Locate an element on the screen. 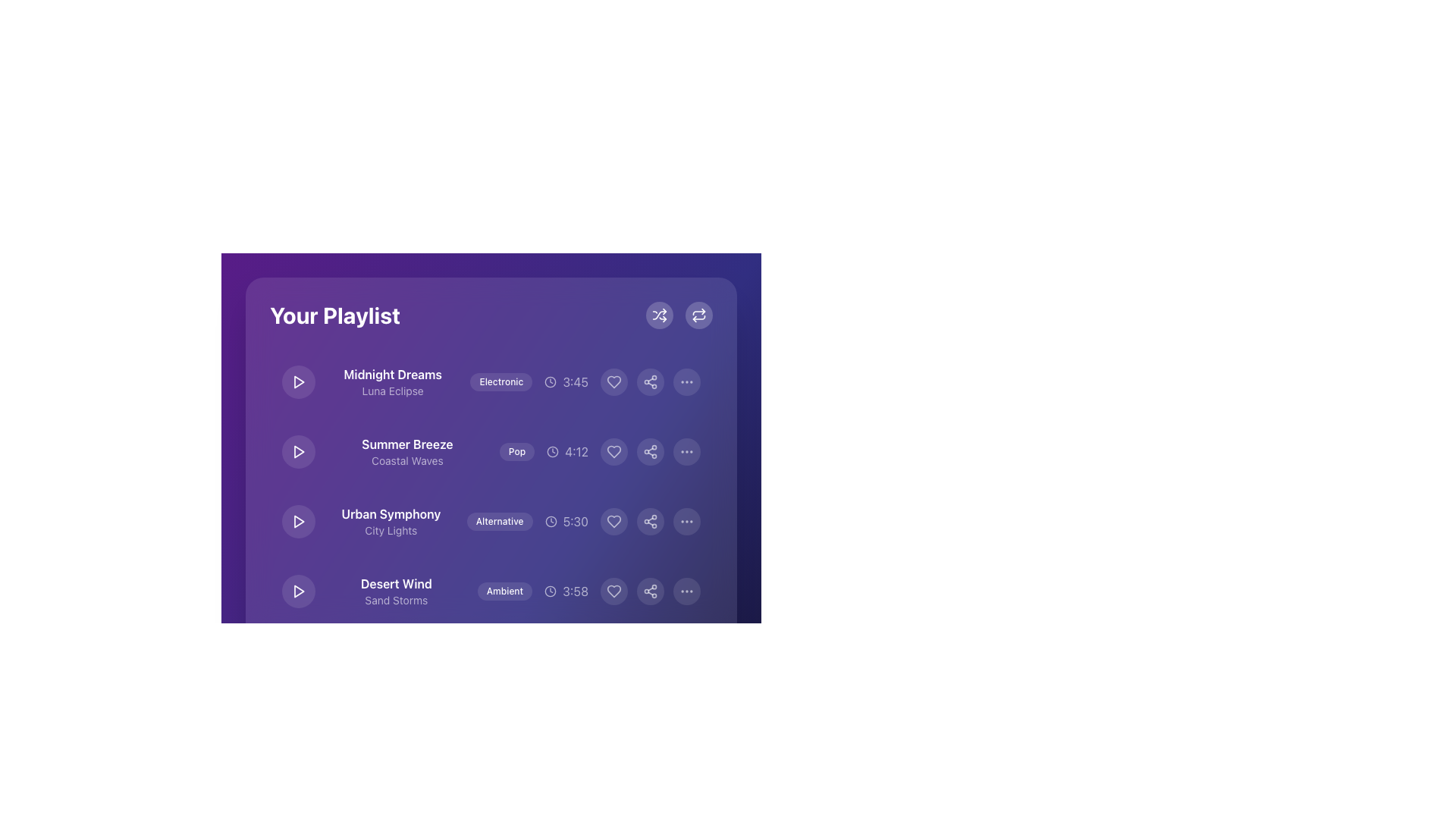  the bold, white text label reading 'Your Playlist' located at the top-left corner of the purple interface is located at coordinates (334, 315).